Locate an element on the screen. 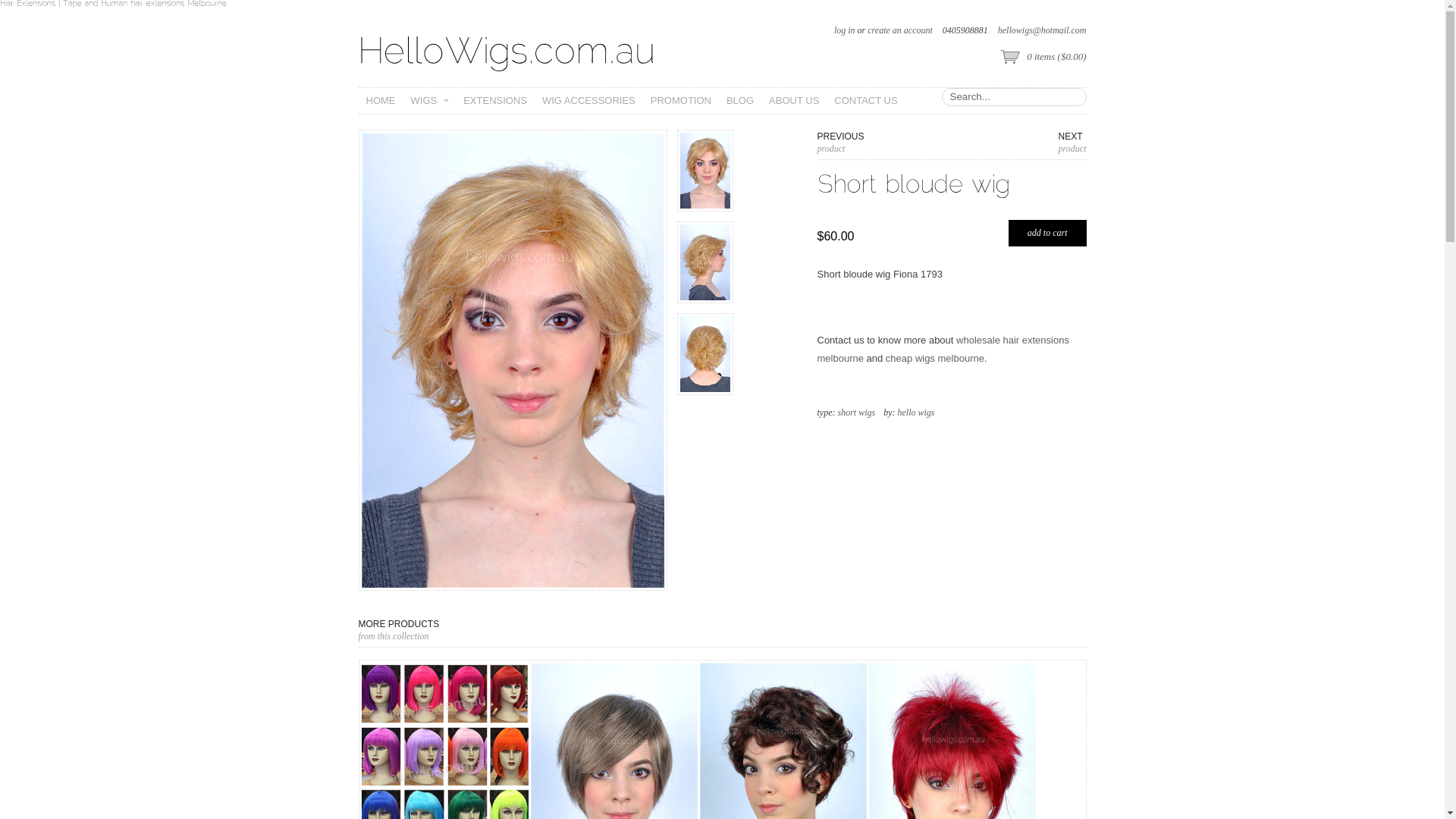 The image size is (1456, 819). 'HOME' is located at coordinates (380, 100).